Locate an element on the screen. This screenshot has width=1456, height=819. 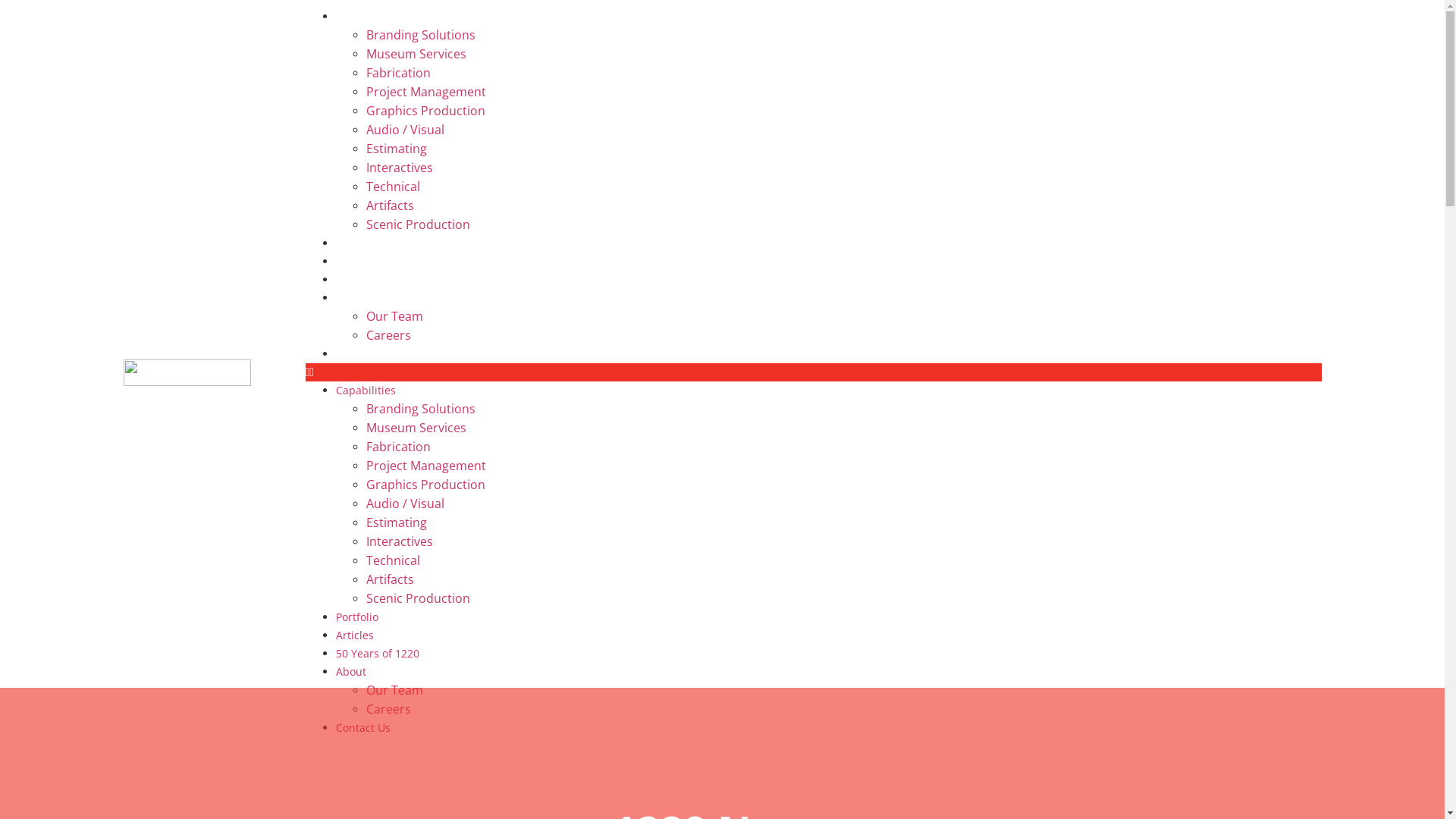
'Artifacts' is located at coordinates (389, 579).